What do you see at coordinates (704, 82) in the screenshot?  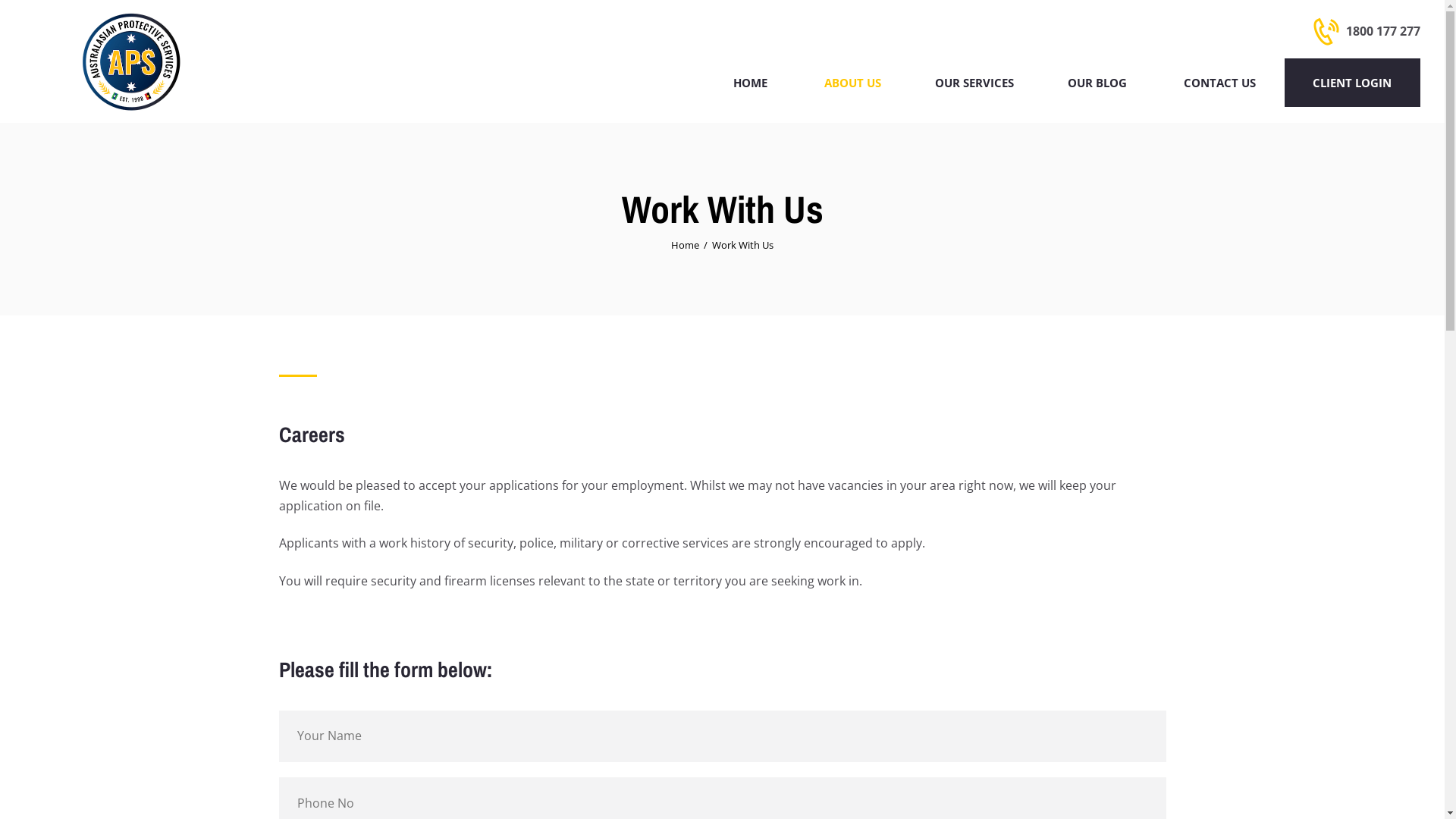 I see `'HOME'` at bounding box center [704, 82].